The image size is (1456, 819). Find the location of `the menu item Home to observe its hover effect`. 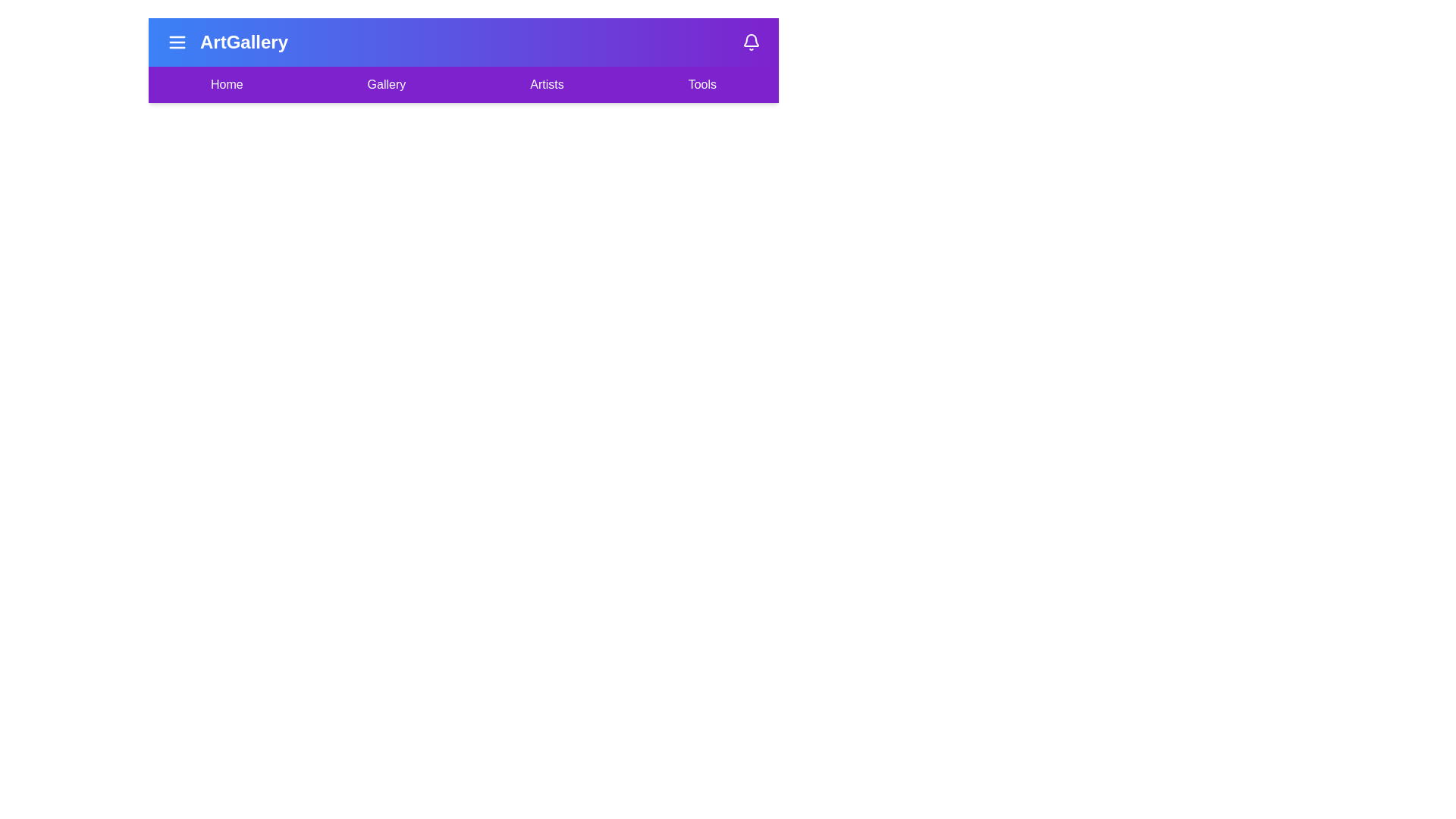

the menu item Home to observe its hover effect is located at coordinates (226, 84).